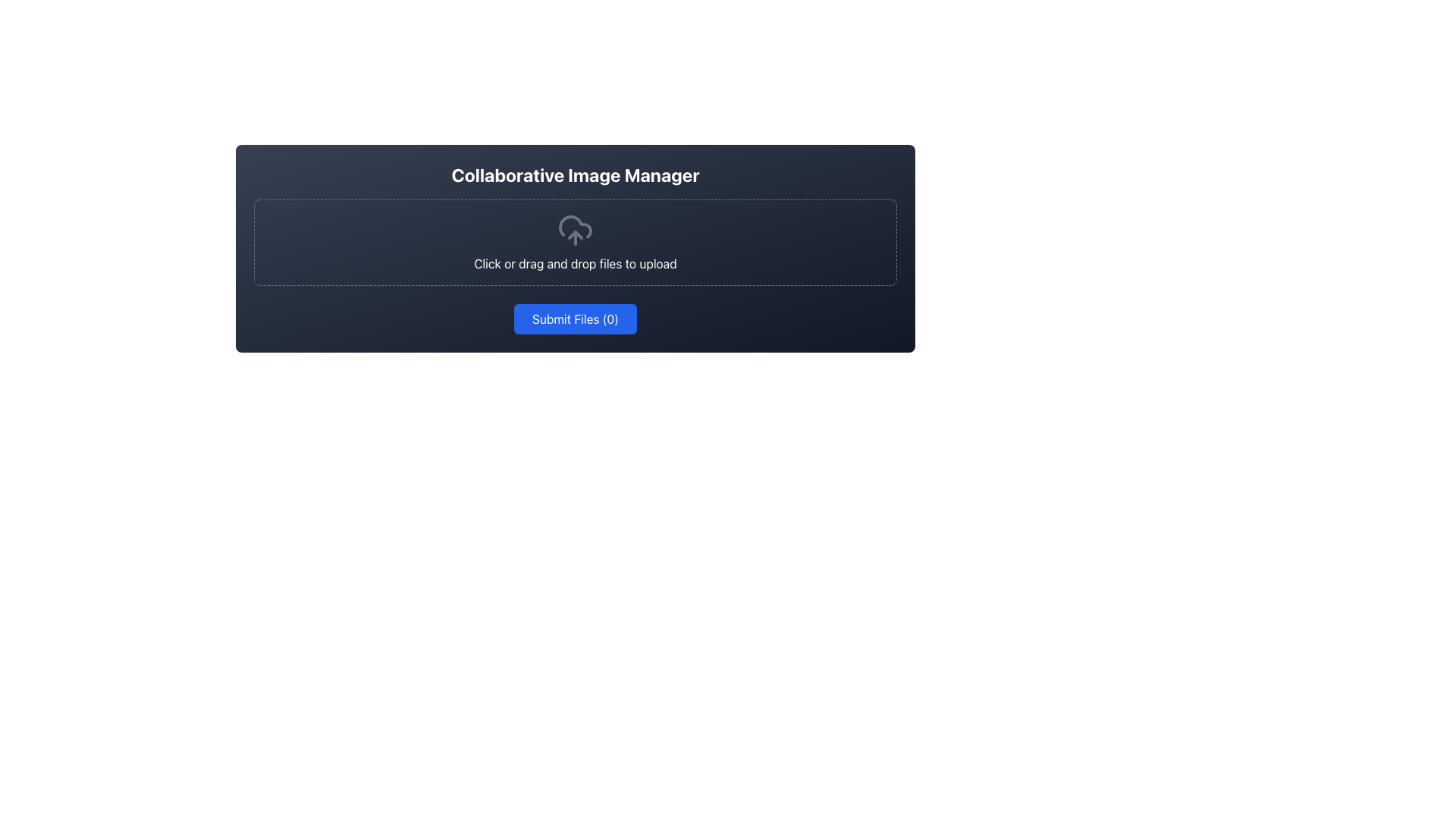 The height and width of the screenshot is (819, 1456). What do you see at coordinates (574, 262) in the screenshot?
I see `the informational text label that reads 'Click or drag and drop files to upload', which is displayed in light gray font on a dark background, centered within the file upload area` at bounding box center [574, 262].